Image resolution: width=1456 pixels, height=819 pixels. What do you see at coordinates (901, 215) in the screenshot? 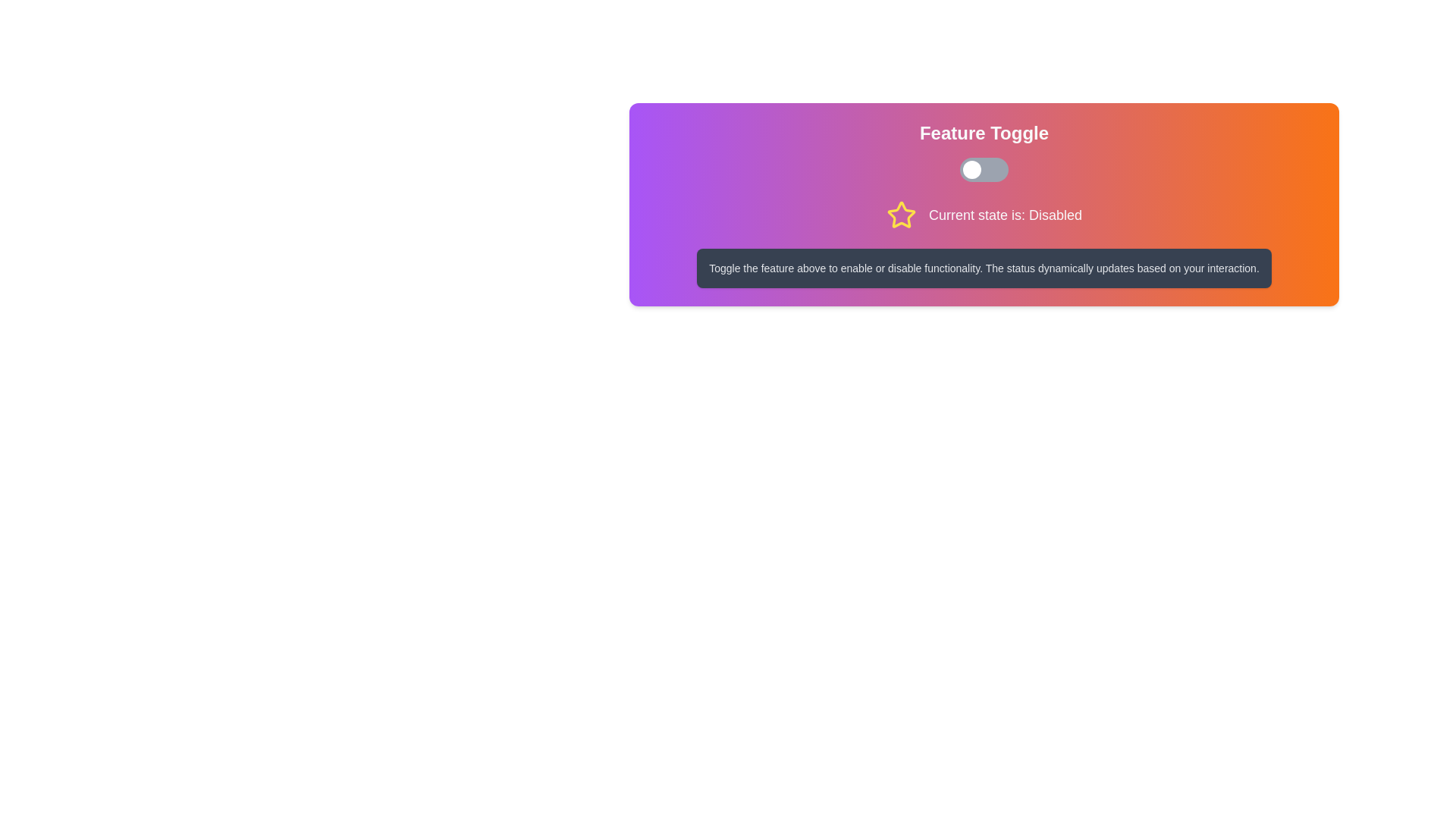
I see `the star SVG graphic icon located at the top-center of the interface, which indicates a state or rank, next to the text 'Current state is: Disabled'` at bounding box center [901, 215].